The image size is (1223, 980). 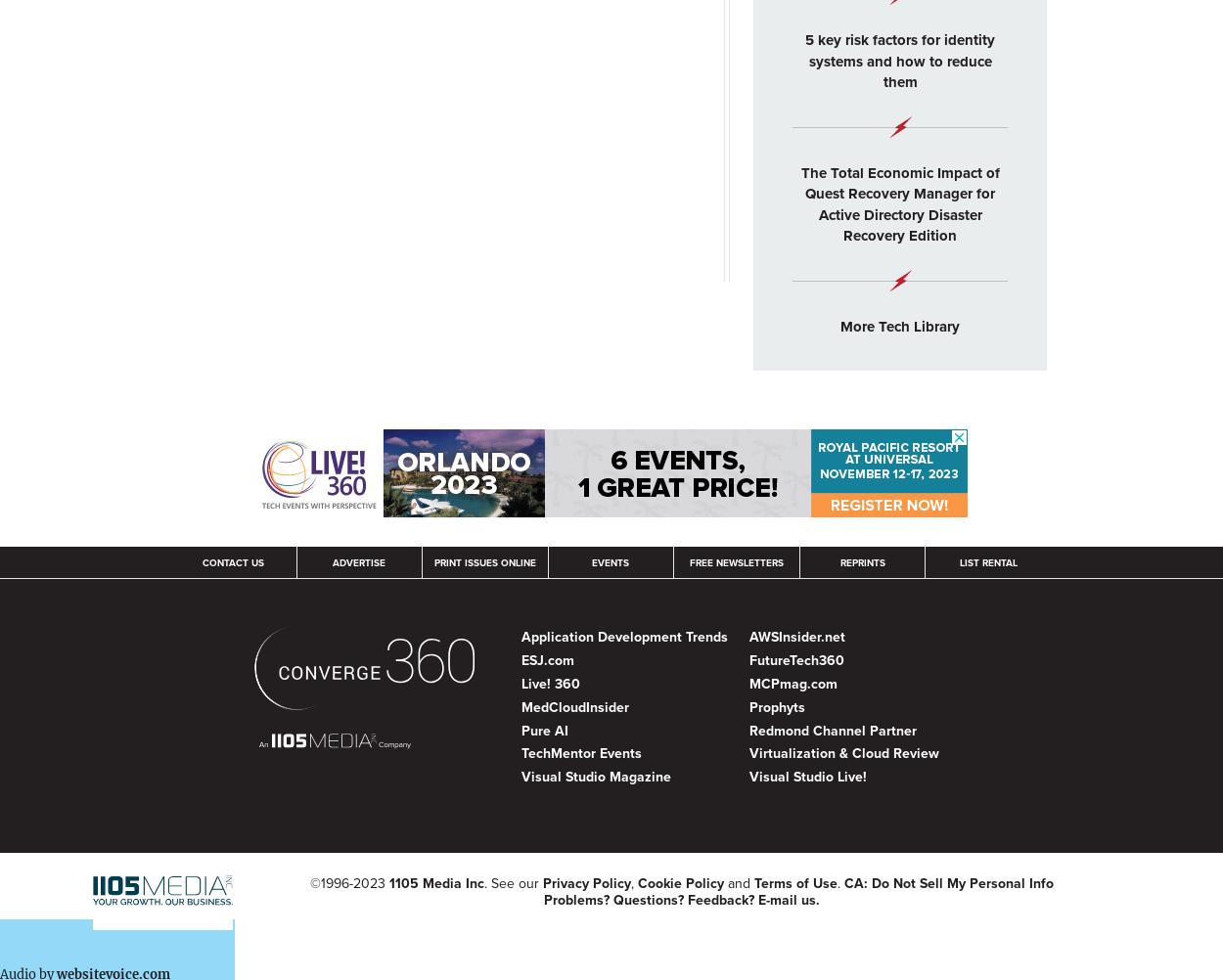 What do you see at coordinates (610, 563) in the screenshot?
I see `'Events'` at bounding box center [610, 563].